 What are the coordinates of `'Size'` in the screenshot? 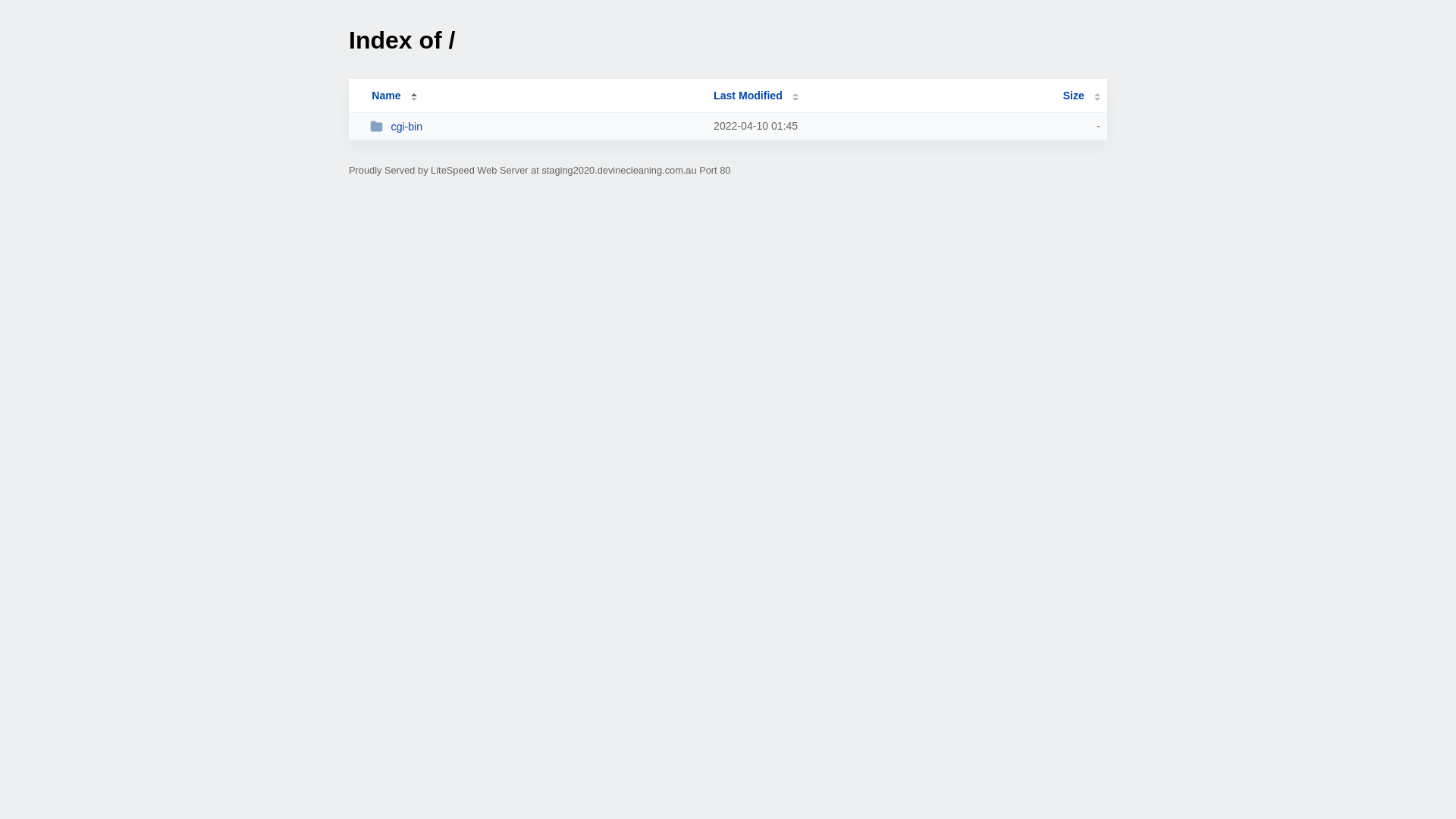 It's located at (1081, 96).